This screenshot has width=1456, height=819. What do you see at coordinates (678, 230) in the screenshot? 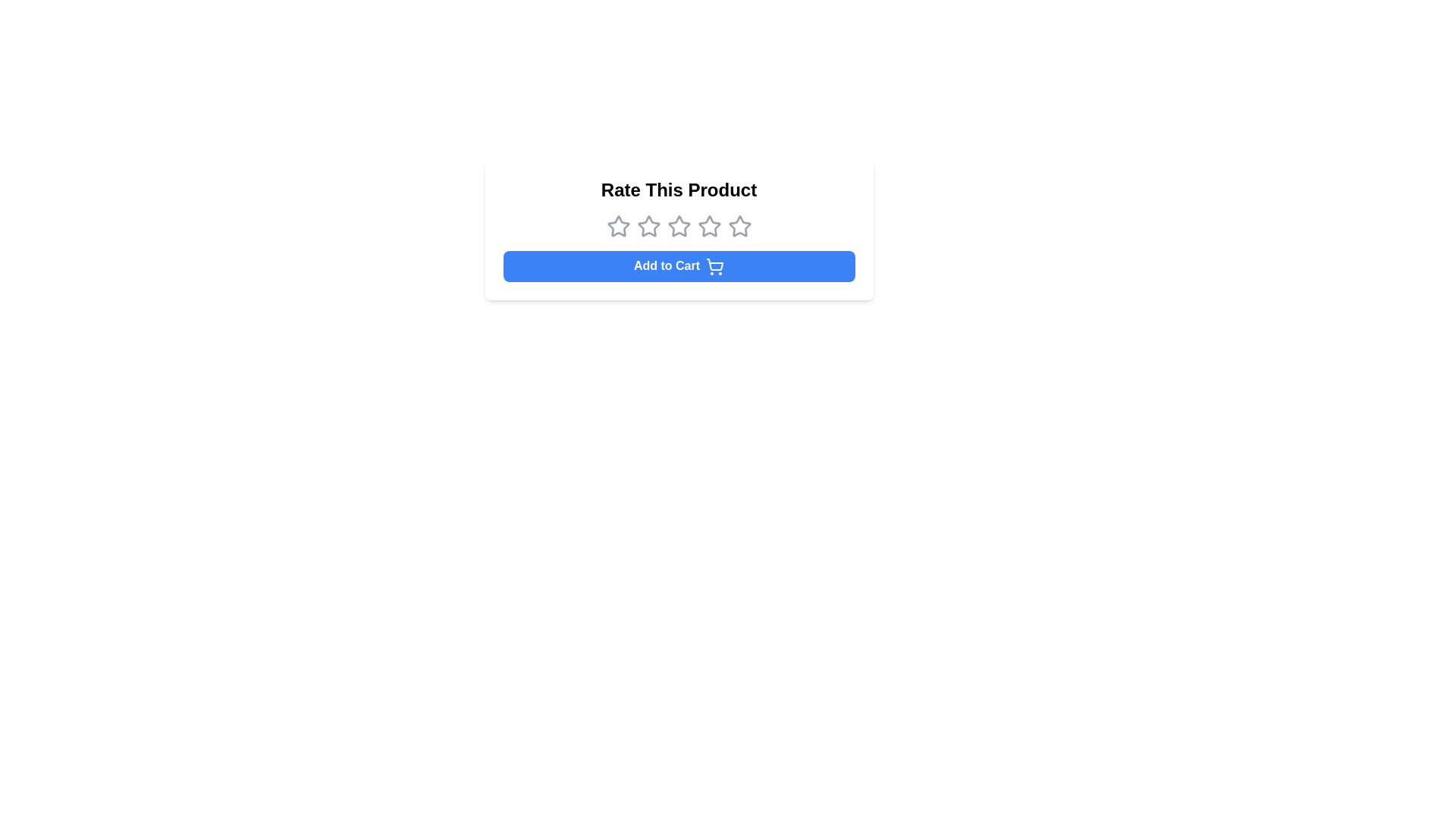
I see `the star rating element within the 'Rate This Product' card, which is a white card with rounded corners and a shadow effect, to rate the product` at bounding box center [678, 230].